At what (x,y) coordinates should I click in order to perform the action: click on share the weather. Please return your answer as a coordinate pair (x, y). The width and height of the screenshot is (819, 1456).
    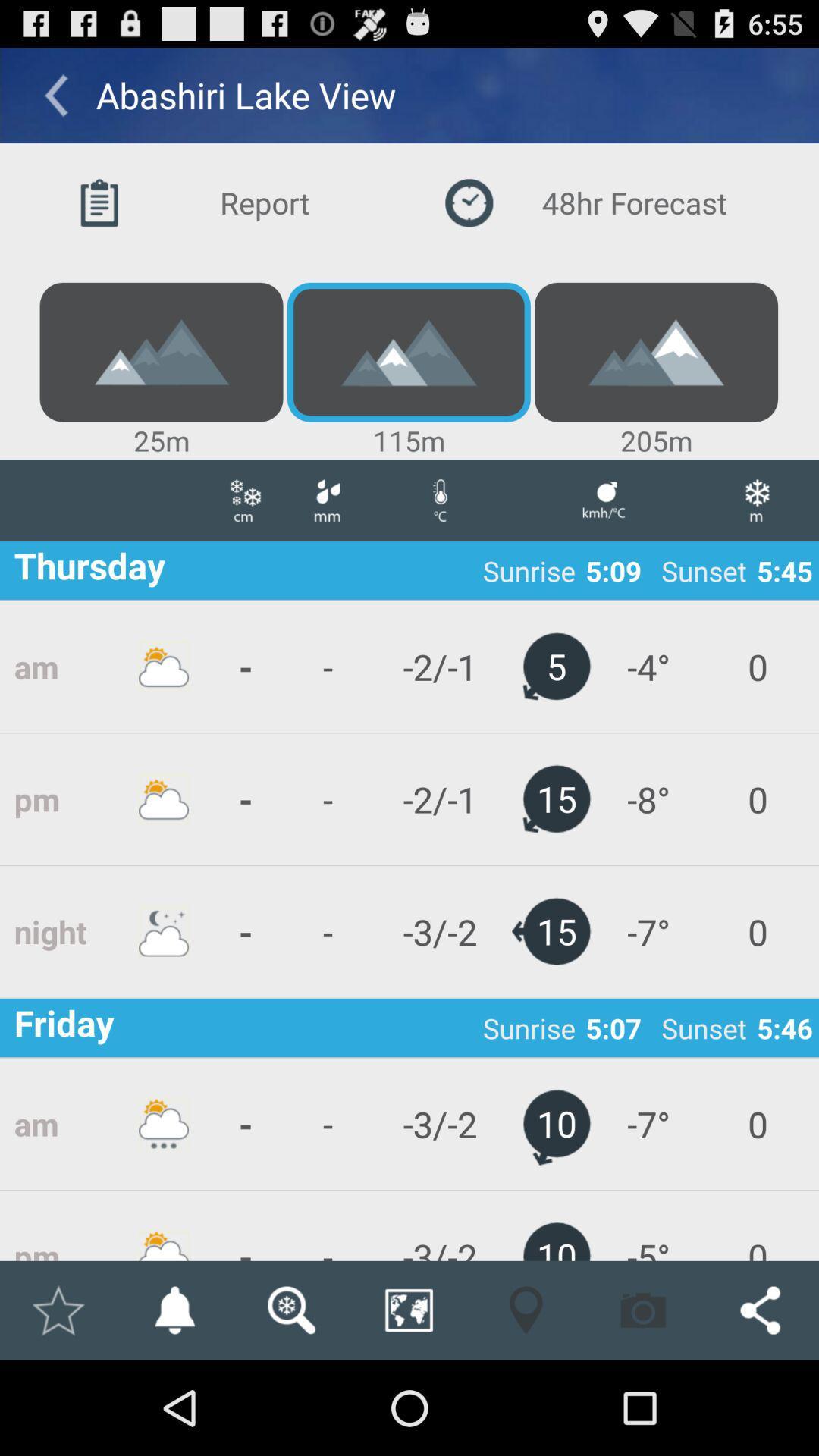
    Looking at the image, I should click on (760, 1310).